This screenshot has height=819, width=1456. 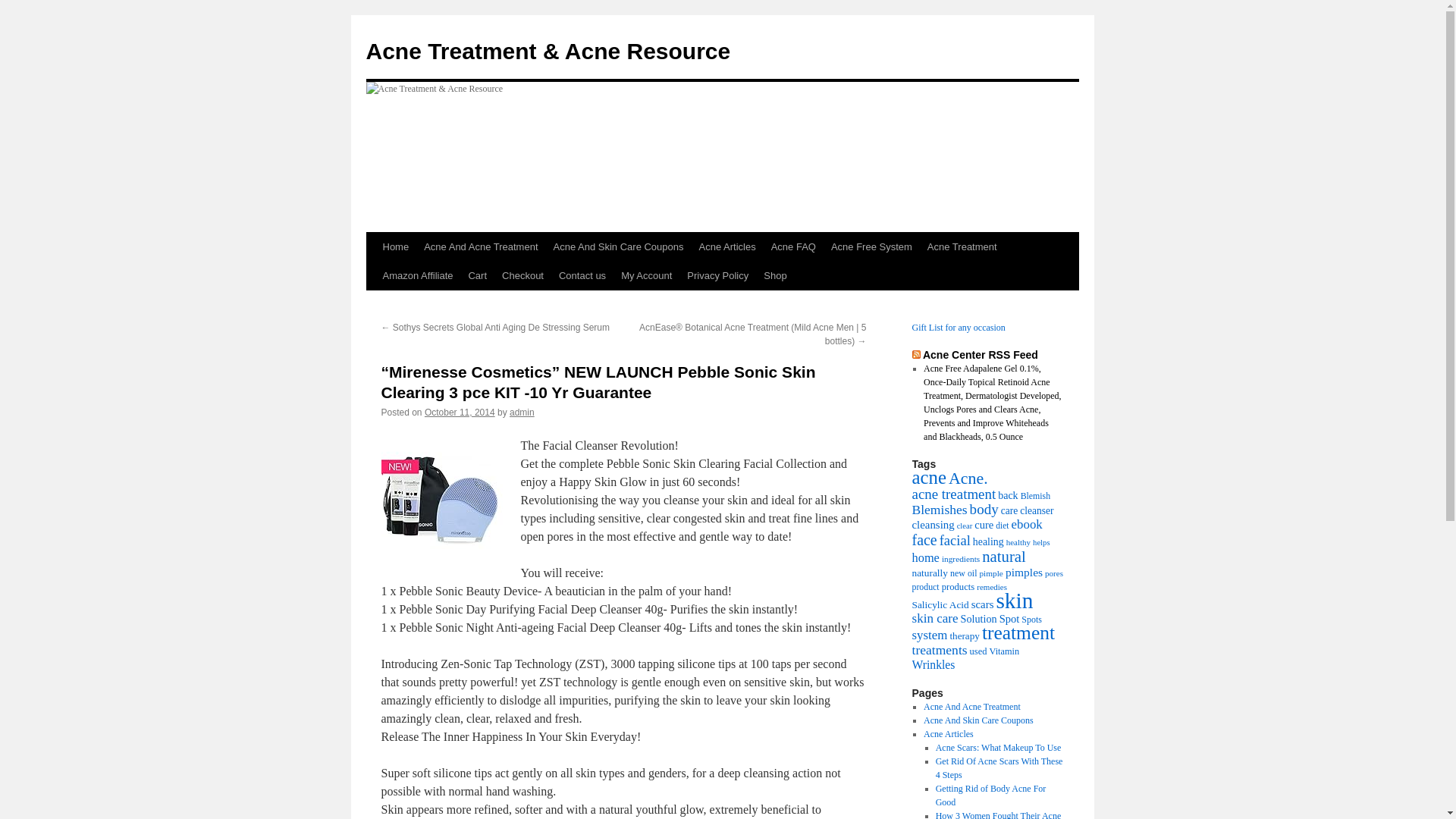 What do you see at coordinates (932, 664) in the screenshot?
I see `'Wrinkles'` at bounding box center [932, 664].